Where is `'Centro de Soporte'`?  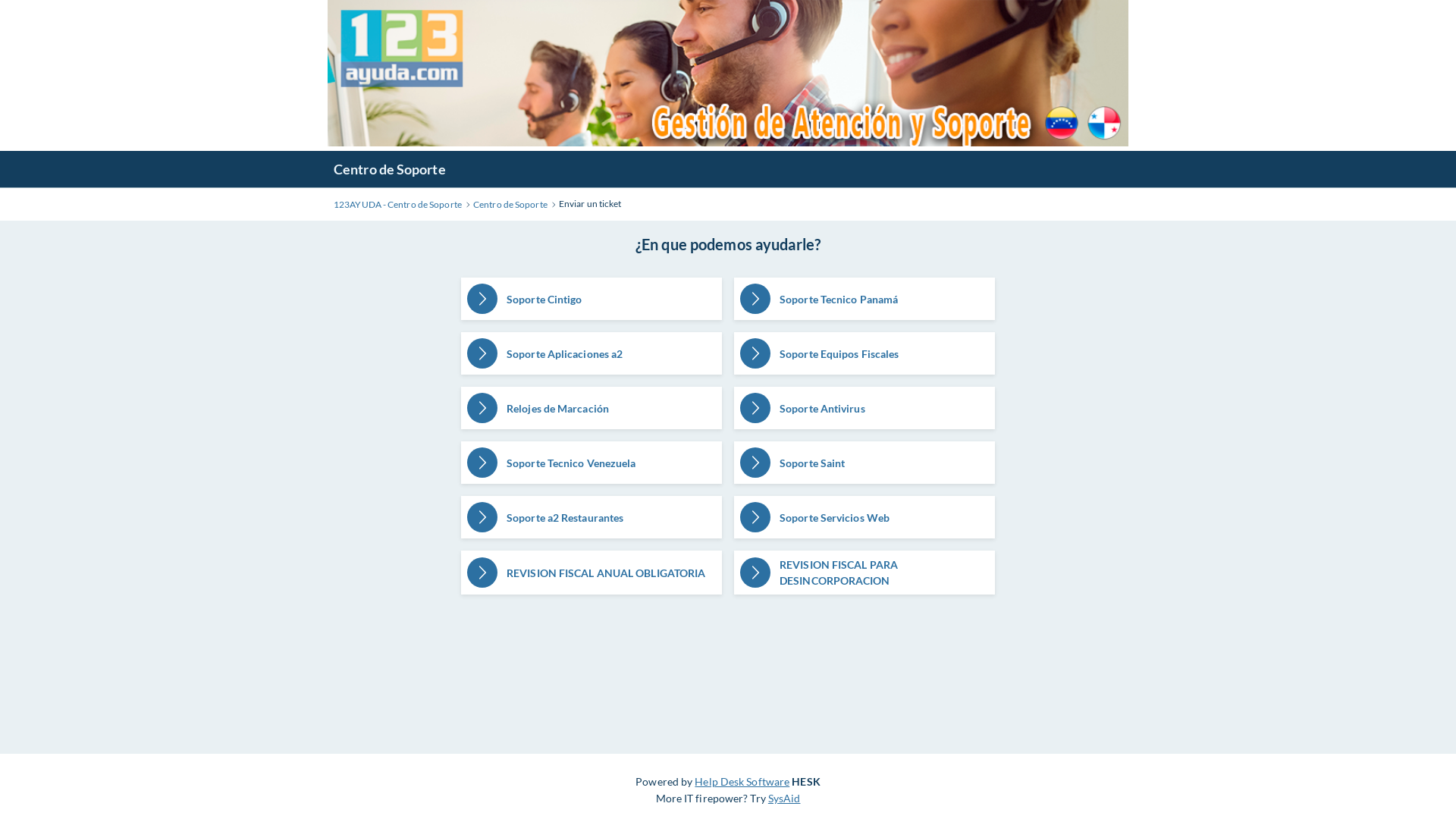
'Centro de Soporte' is located at coordinates (510, 205).